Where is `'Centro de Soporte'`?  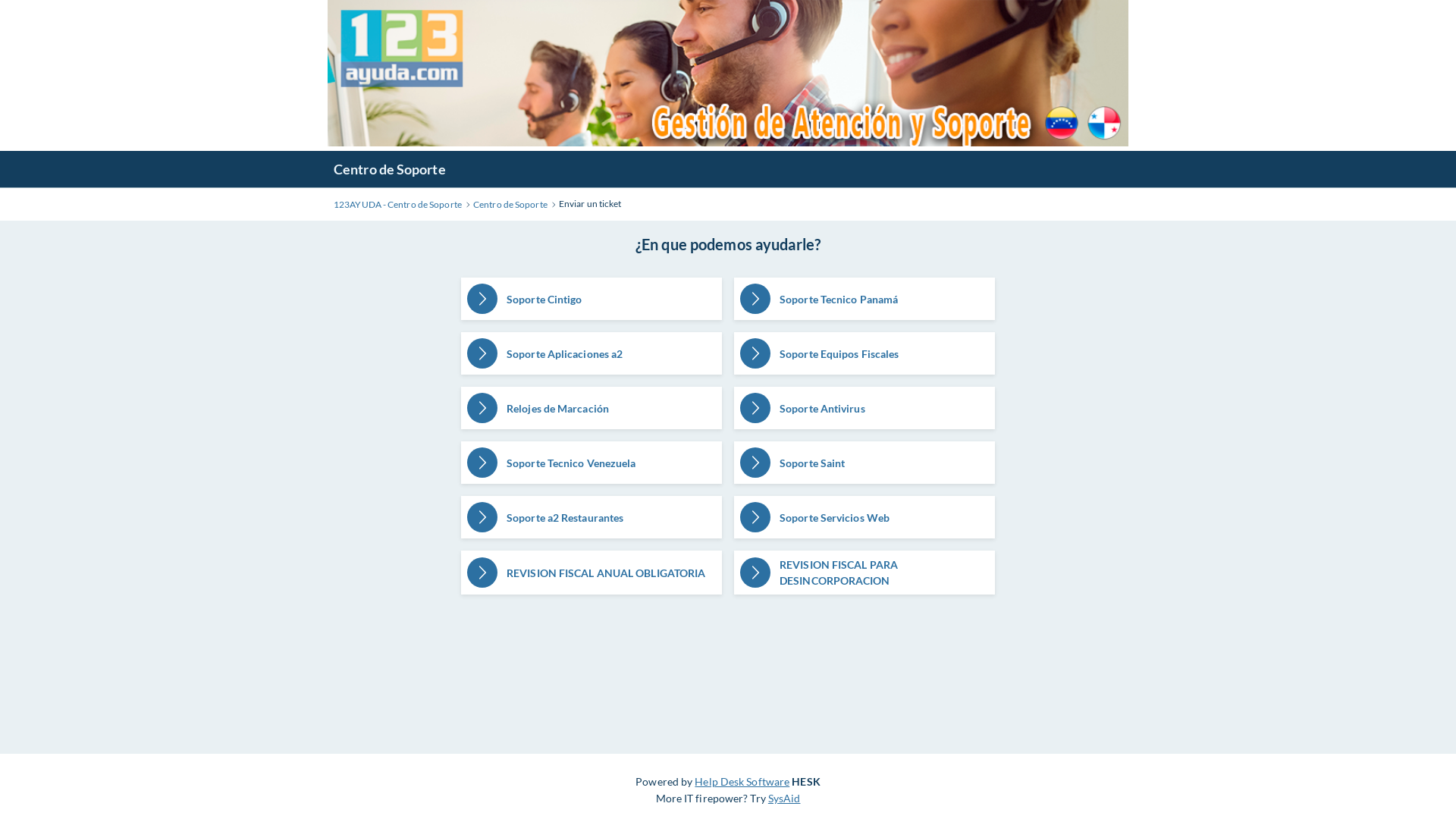
'Centro de Soporte' is located at coordinates (510, 205).